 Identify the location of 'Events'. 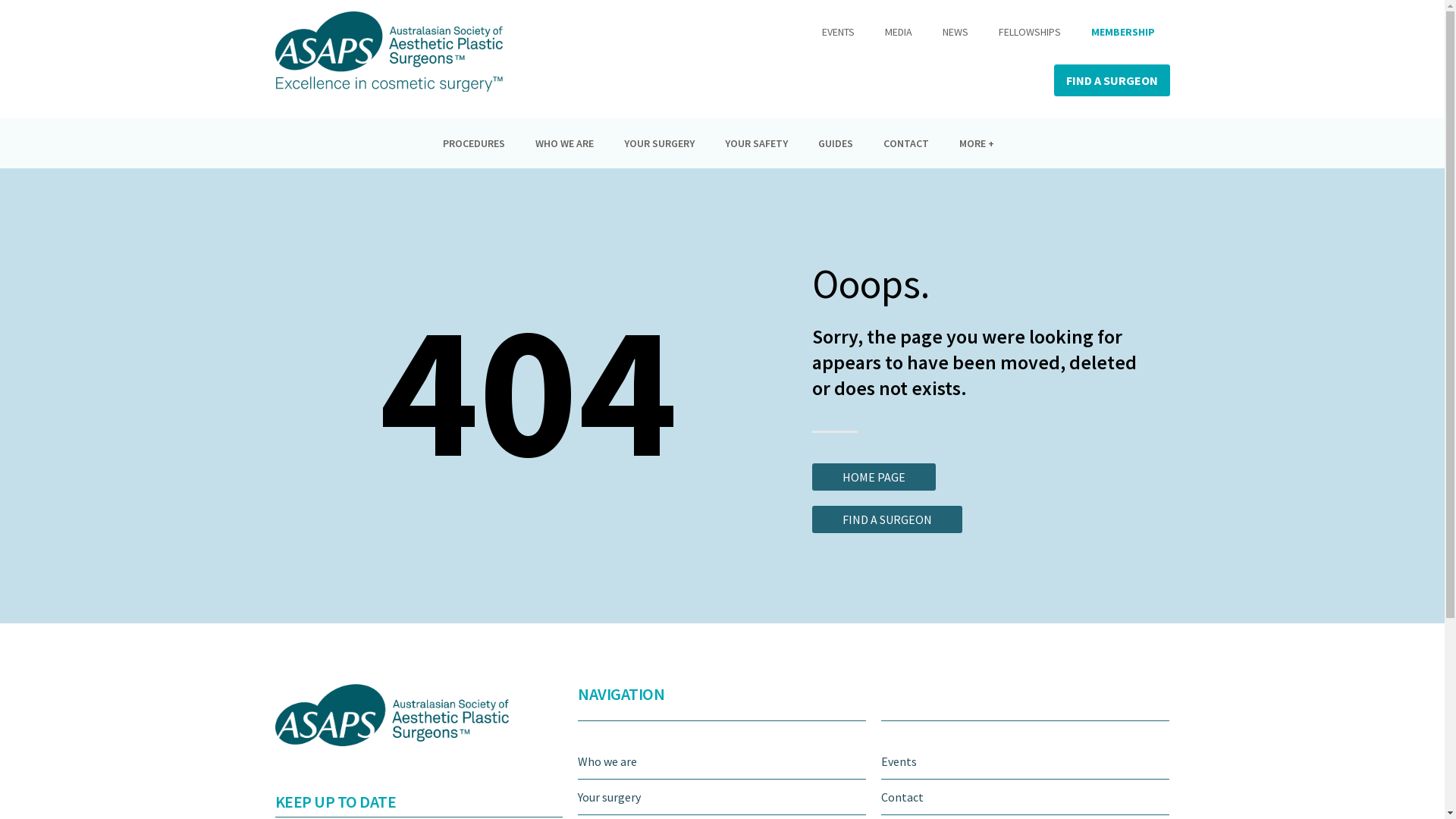
(1025, 761).